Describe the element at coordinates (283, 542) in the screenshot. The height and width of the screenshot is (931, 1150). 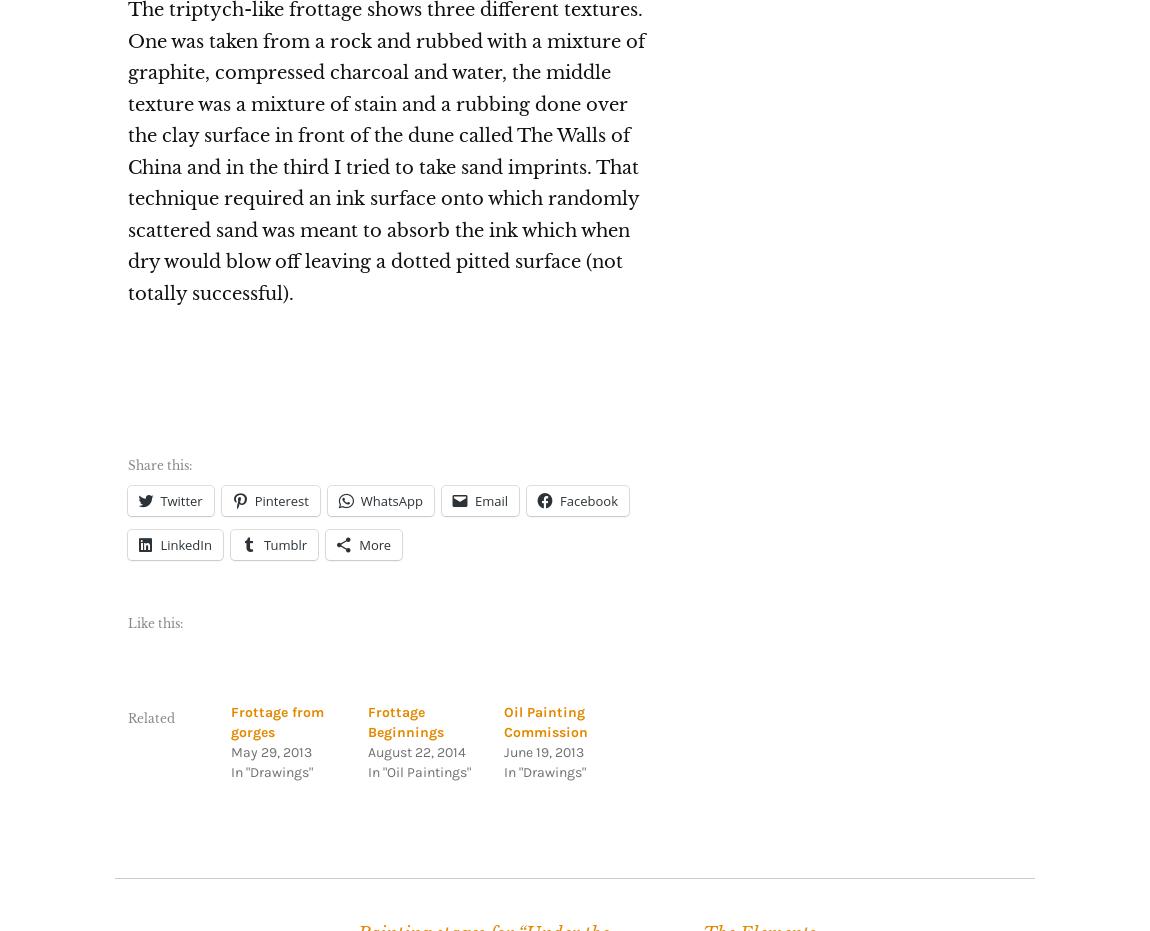
I see `'Tumblr'` at that location.